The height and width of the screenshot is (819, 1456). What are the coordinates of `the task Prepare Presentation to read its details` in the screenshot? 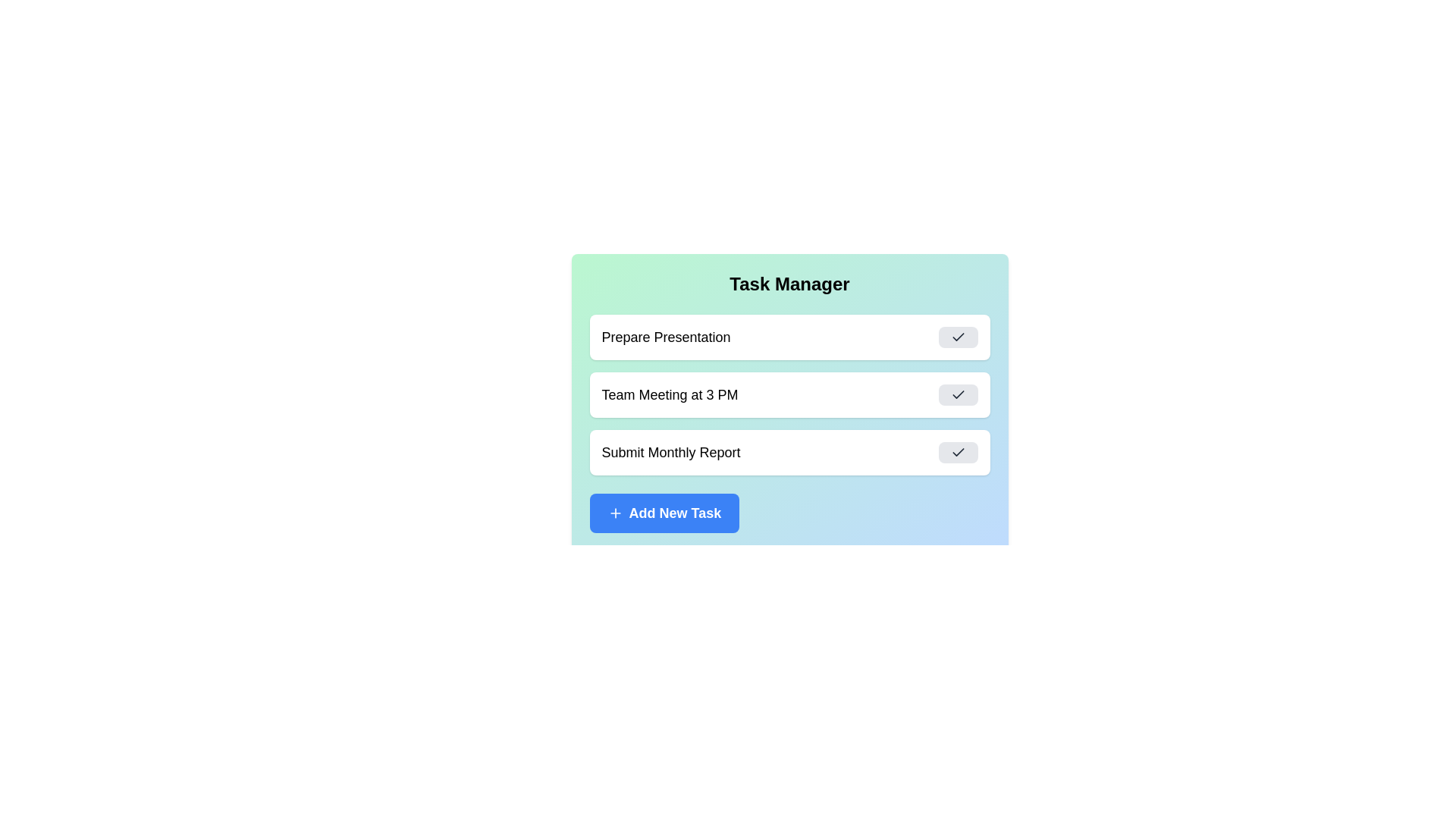 It's located at (789, 336).